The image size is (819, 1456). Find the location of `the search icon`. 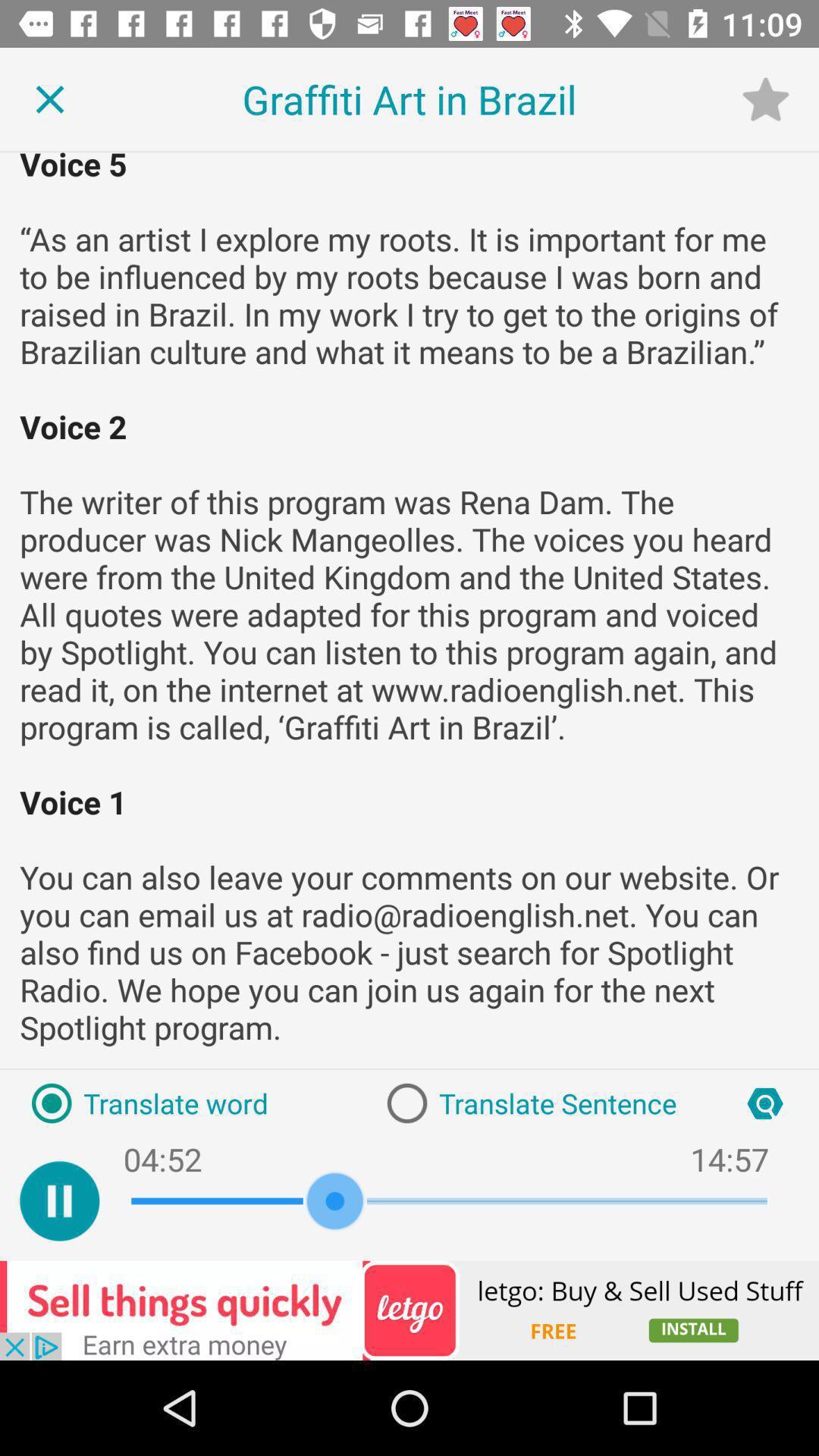

the search icon is located at coordinates (765, 1103).